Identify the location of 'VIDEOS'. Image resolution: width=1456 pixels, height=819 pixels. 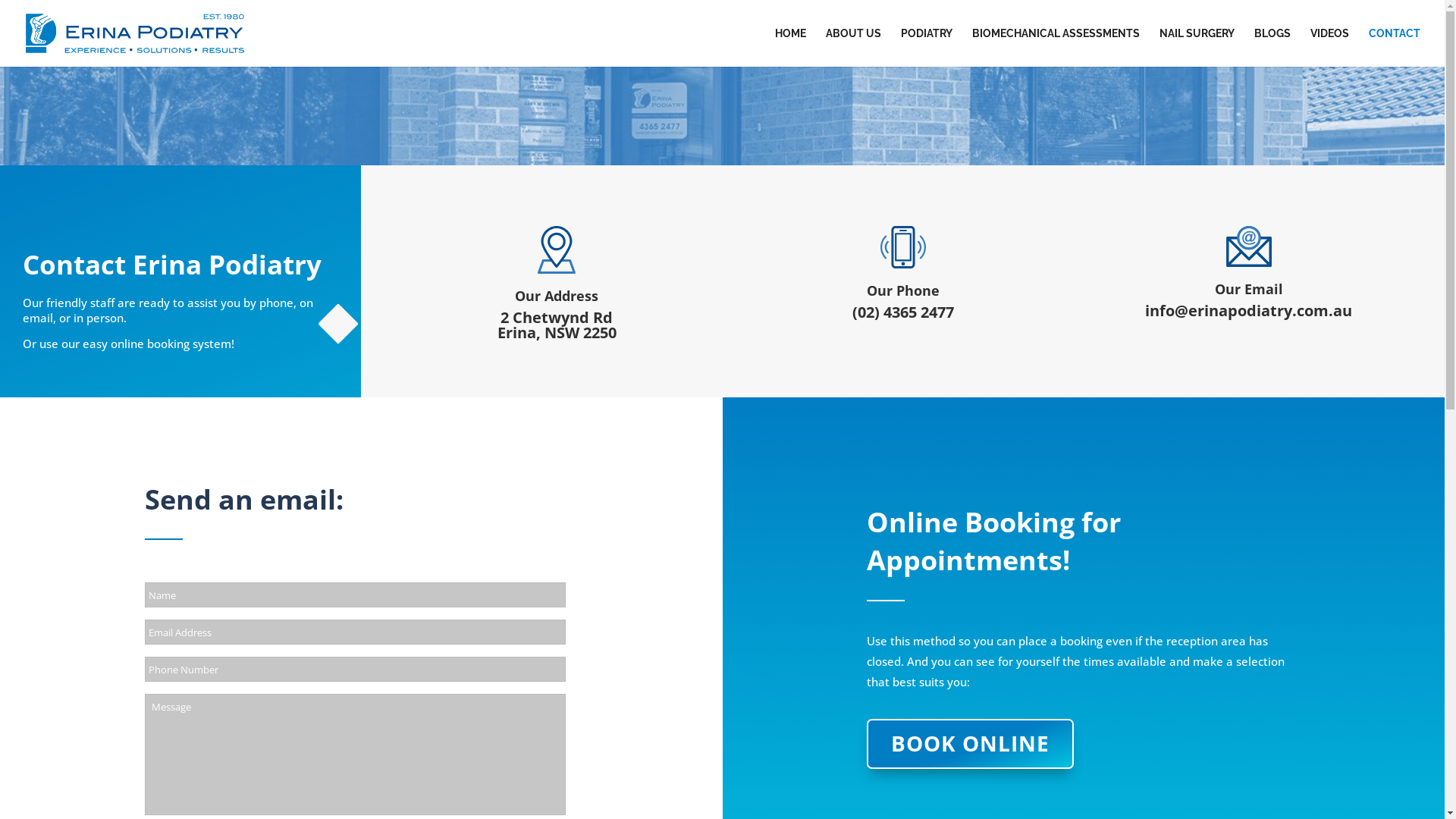
(1310, 46).